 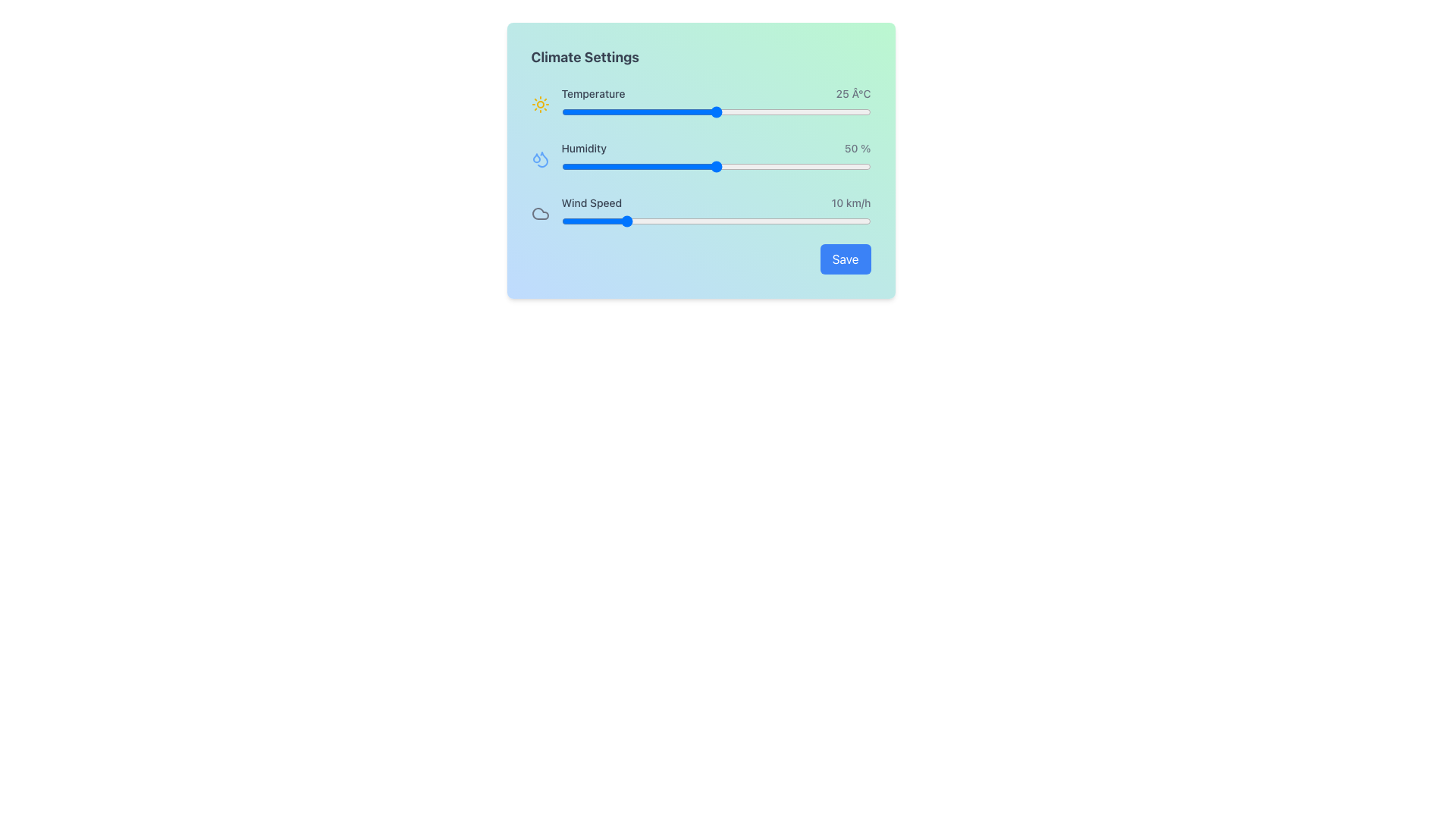 What do you see at coordinates (864, 111) in the screenshot?
I see `the temperature slider` at bounding box center [864, 111].